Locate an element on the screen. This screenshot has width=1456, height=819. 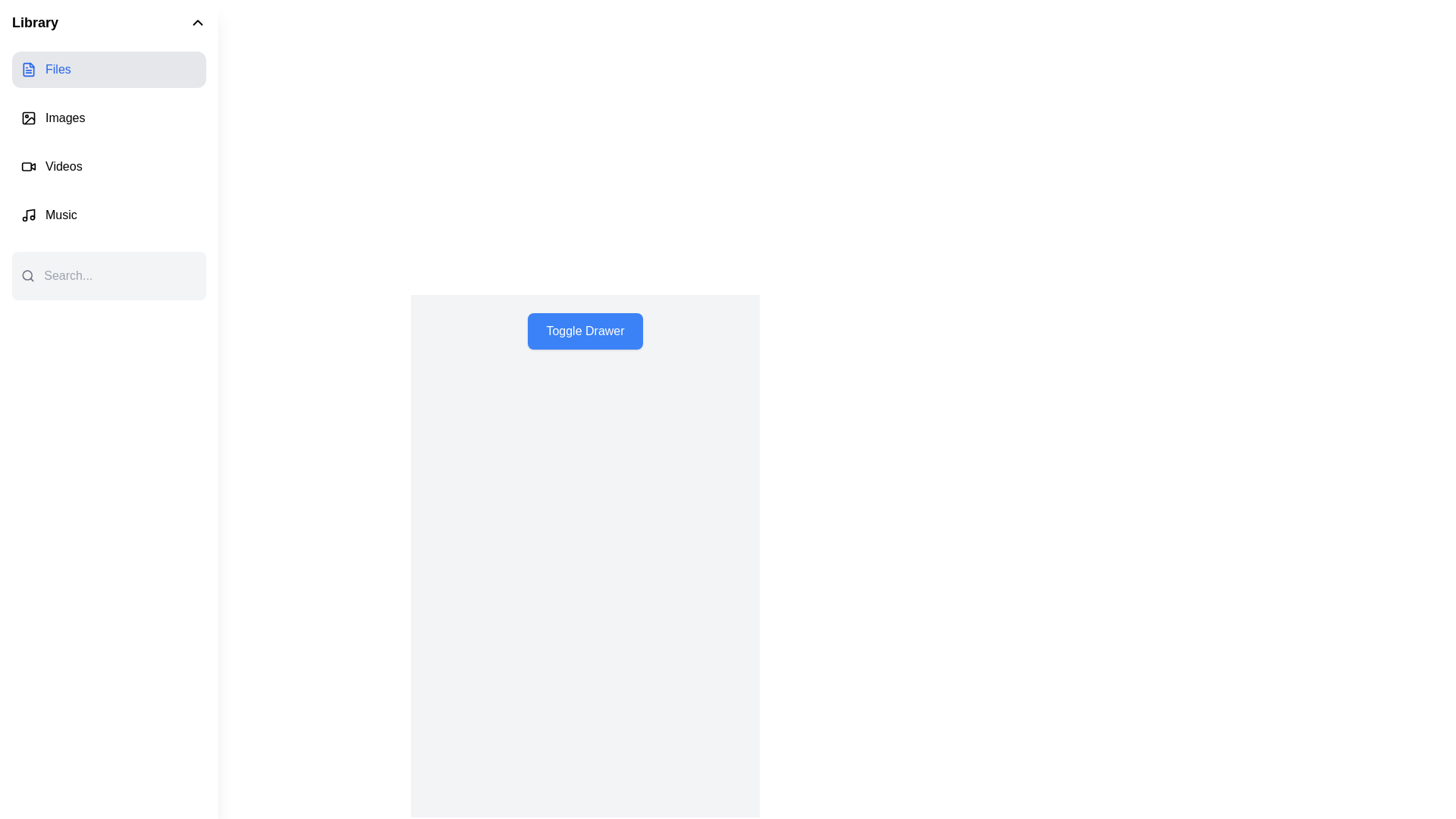
the third item in the vertical sidebar menu, which is a navigation link related to videos is located at coordinates (108, 166).